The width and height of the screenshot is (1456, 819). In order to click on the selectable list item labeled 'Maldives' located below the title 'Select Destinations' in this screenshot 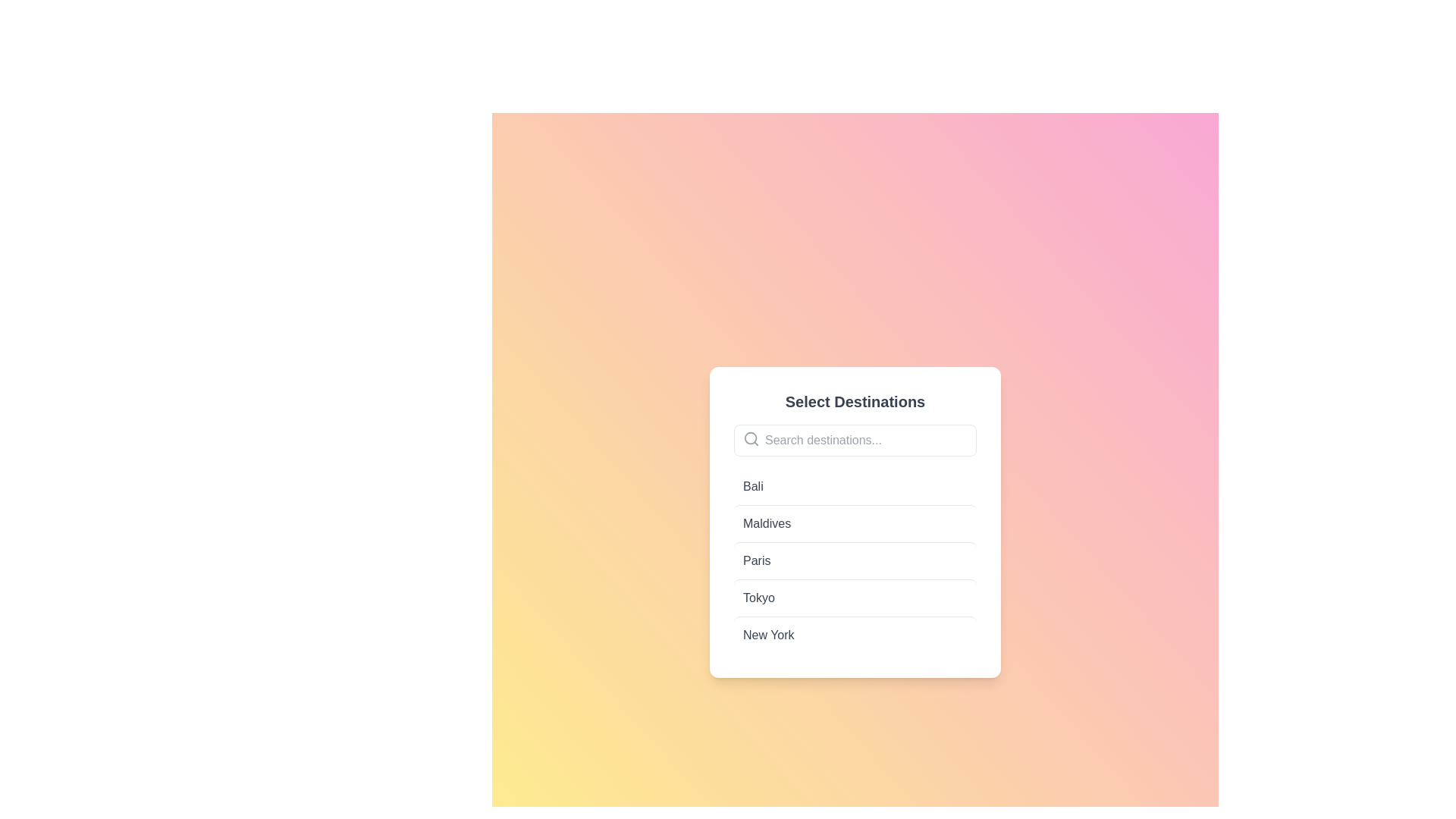, I will do `click(855, 522)`.